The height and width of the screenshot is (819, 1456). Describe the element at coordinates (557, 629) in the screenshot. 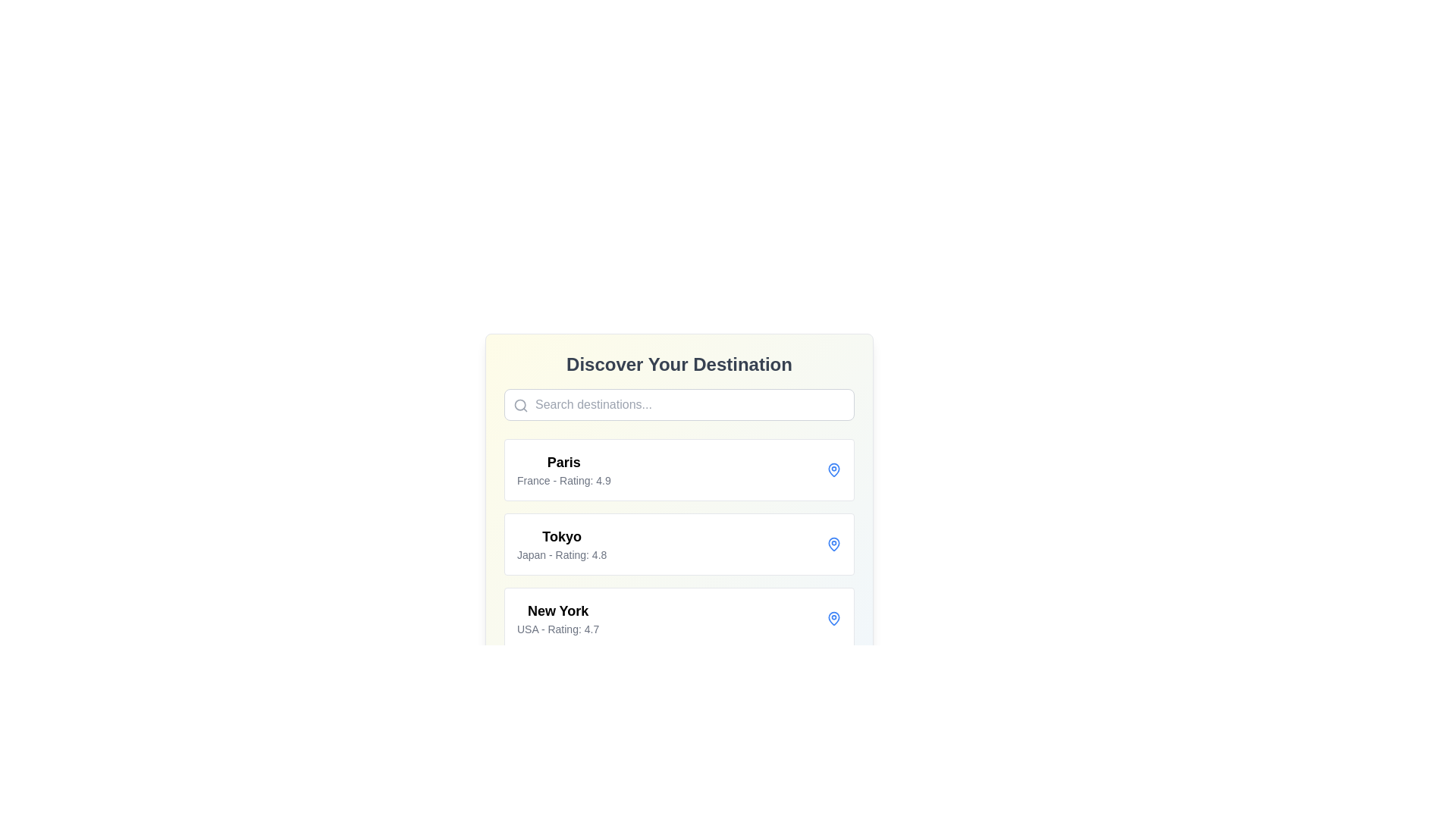

I see `text label displaying 'USA - Rating: 4.7' located beneath the title 'New York' in the entry box` at that location.